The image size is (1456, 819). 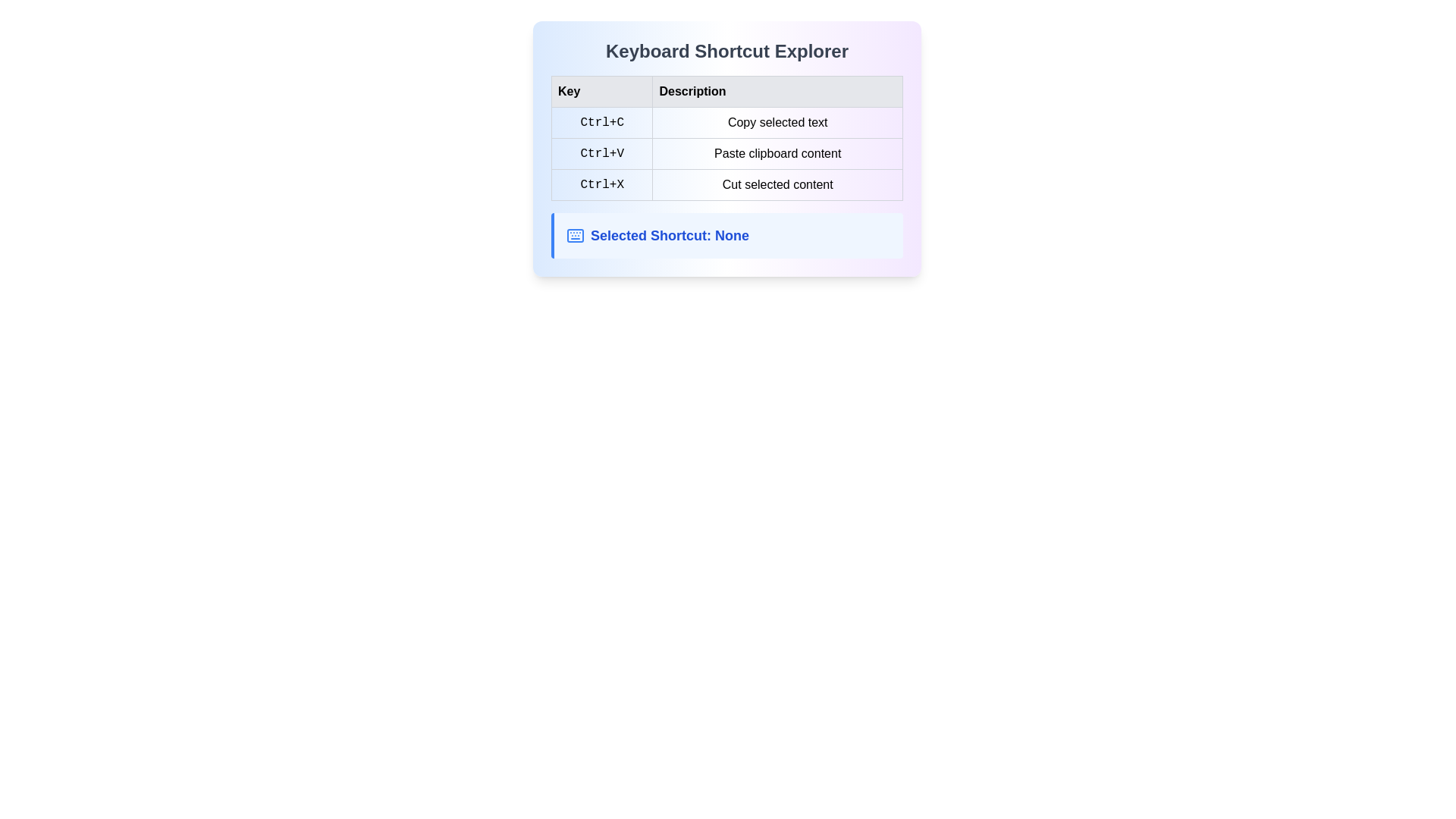 I want to click on the Text label that informs the user about the currently selected keyboard shortcut, located below the 'Keyboard Shortcut Explorer' table and grouped with a keyboard icon, so click(x=669, y=236).